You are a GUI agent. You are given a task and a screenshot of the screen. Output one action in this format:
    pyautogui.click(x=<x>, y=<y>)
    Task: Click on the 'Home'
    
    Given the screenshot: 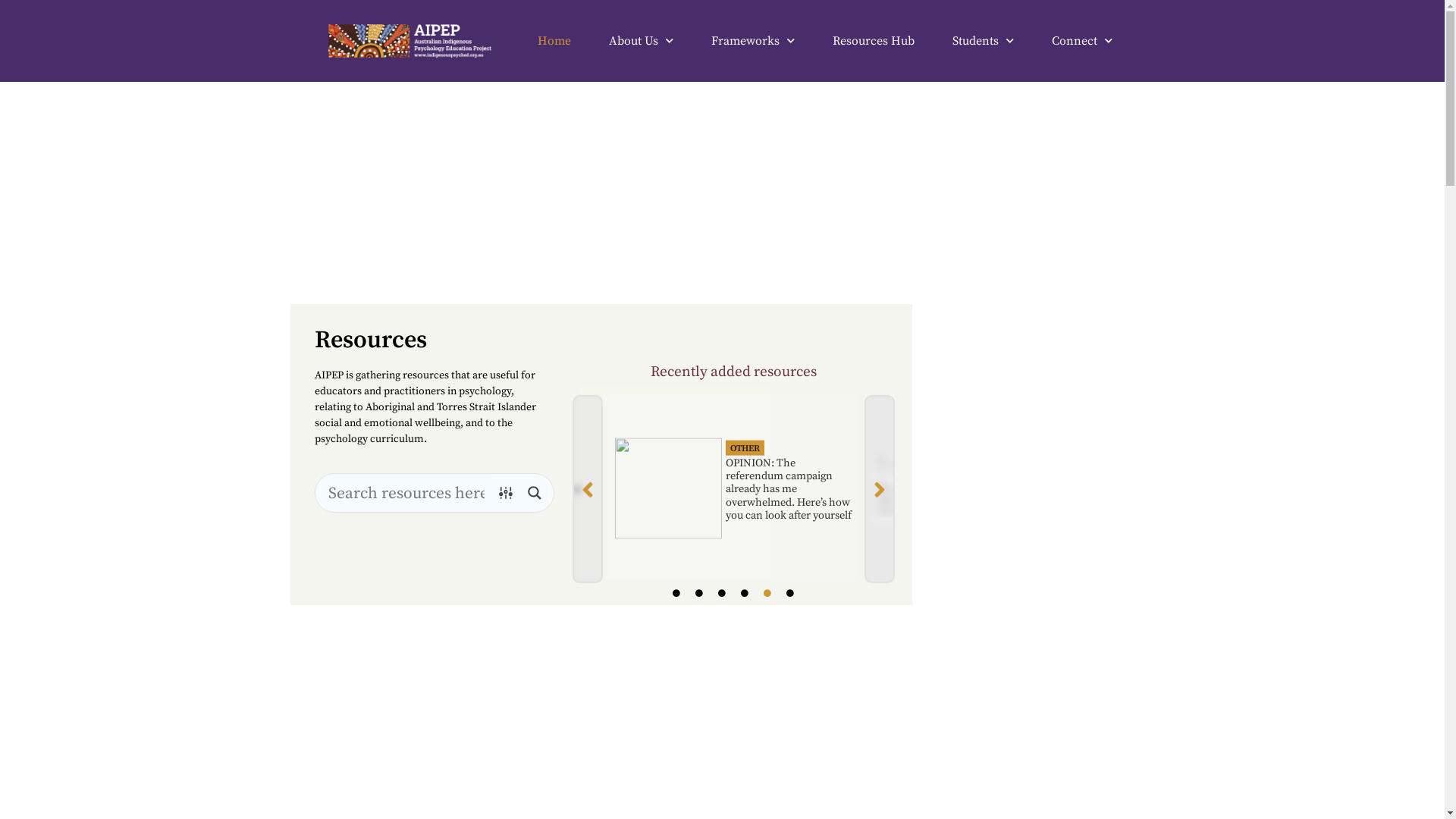 What is the action you would take?
    pyautogui.click(x=553, y=40)
    